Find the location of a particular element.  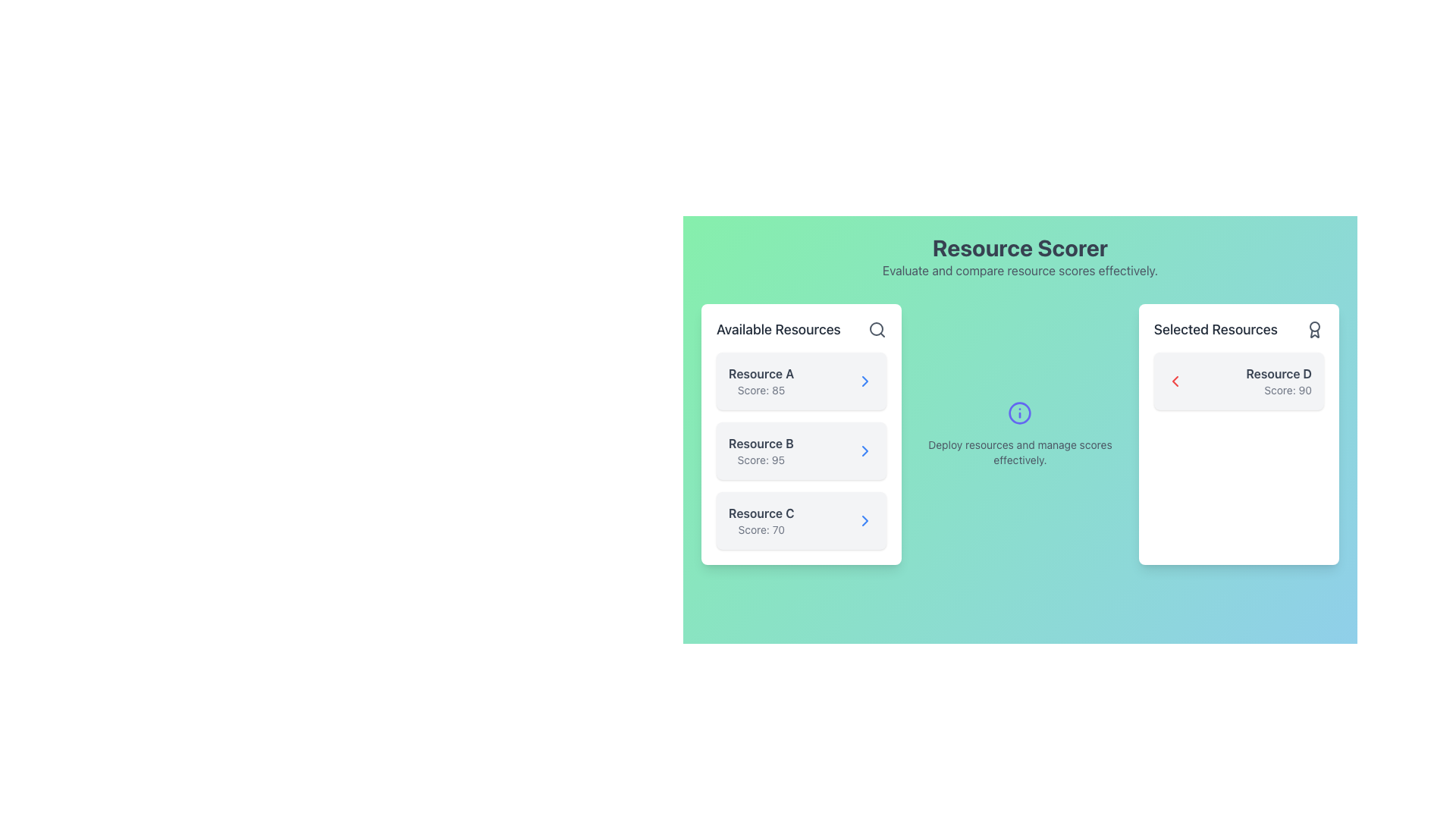

the arrow of the second list item labeled 'Resource B' under the 'Available Resources' section is located at coordinates (800, 435).